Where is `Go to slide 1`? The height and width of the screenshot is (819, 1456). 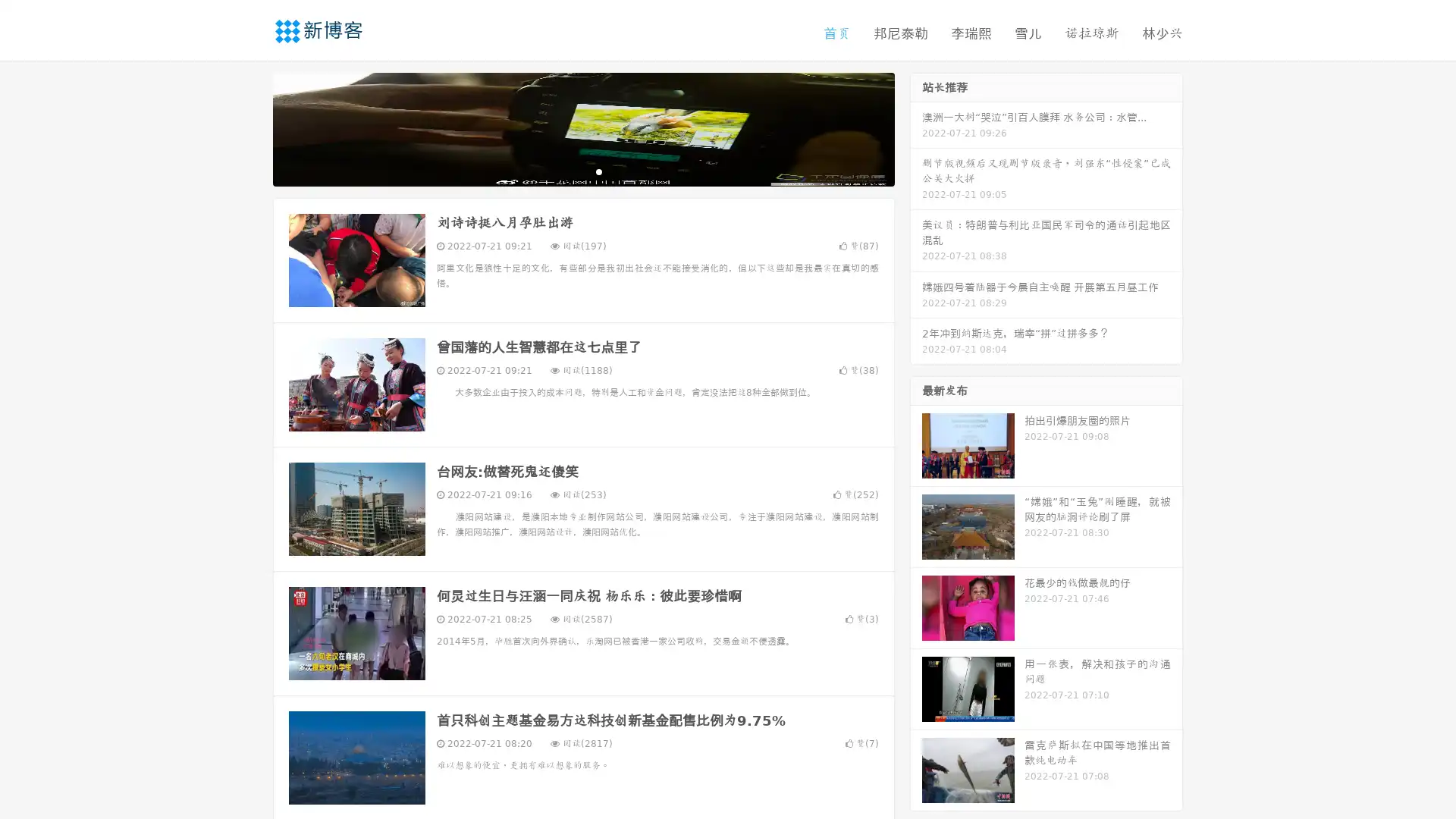 Go to slide 1 is located at coordinates (567, 171).